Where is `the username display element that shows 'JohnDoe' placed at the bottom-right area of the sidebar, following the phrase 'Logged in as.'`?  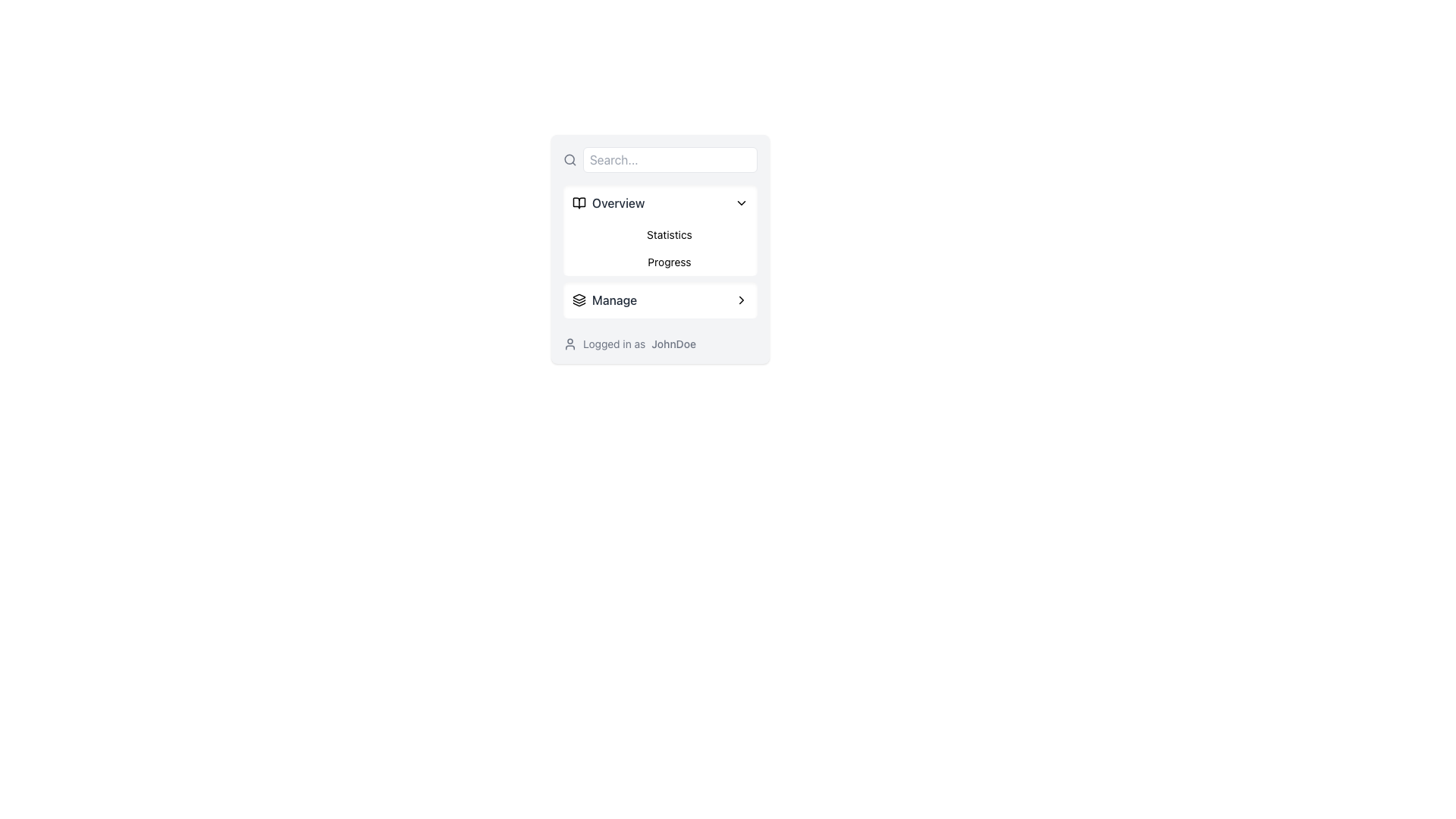
the username display element that shows 'JohnDoe' placed at the bottom-right area of the sidebar, following the phrase 'Logged in as.' is located at coordinates (673, 344).